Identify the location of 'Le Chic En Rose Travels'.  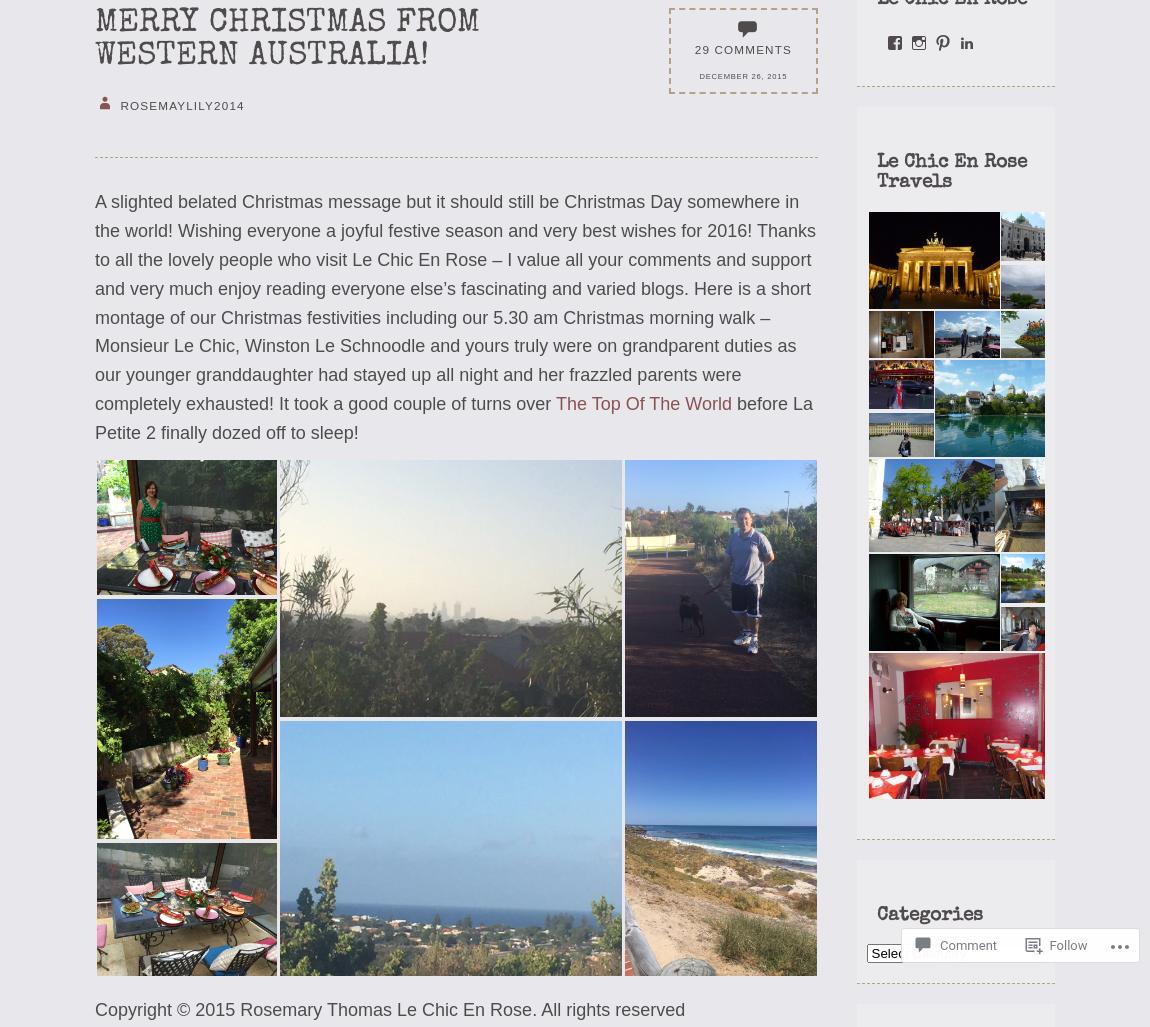
(951, 171).